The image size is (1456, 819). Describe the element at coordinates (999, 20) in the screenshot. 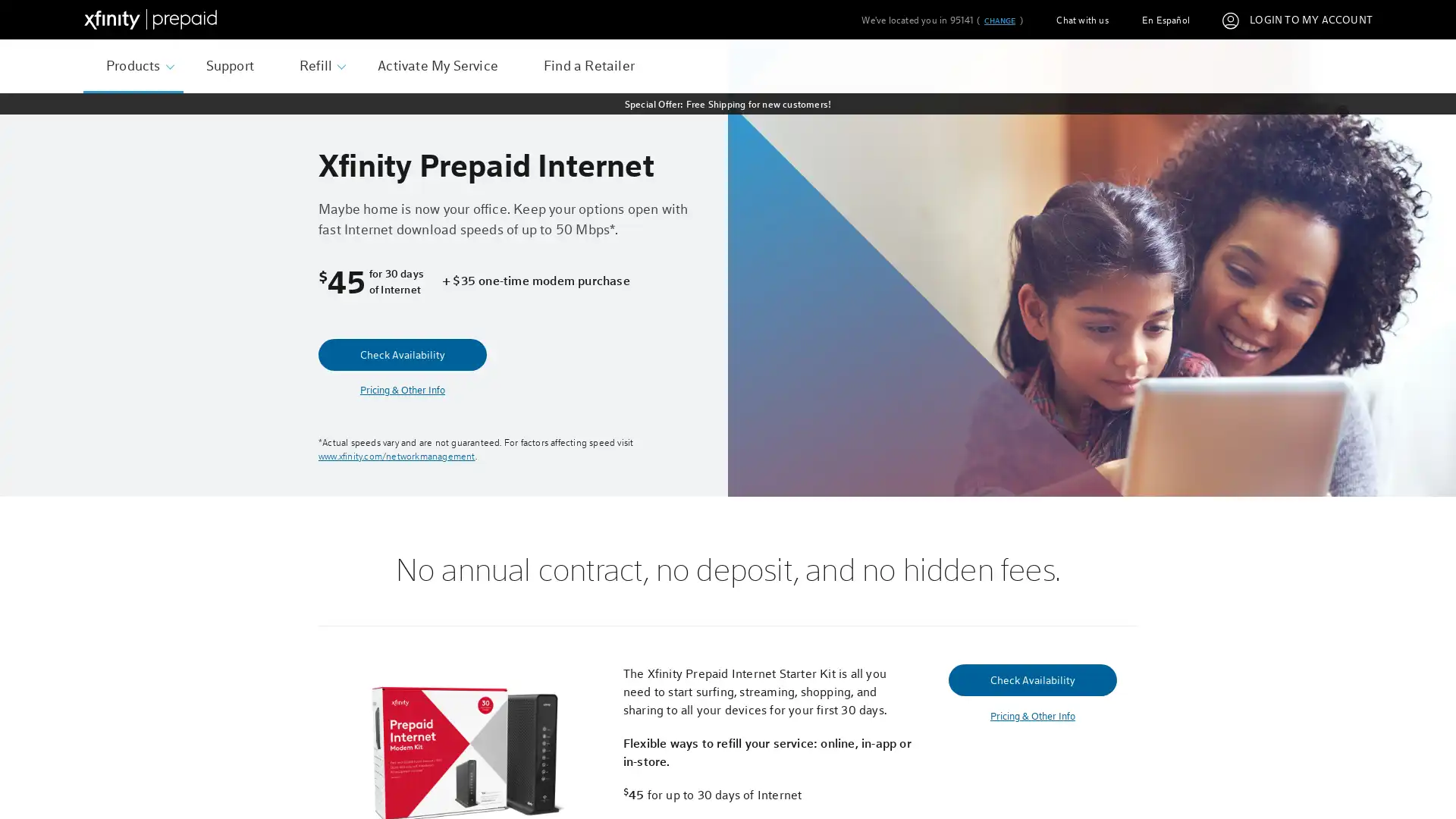

I see `CHANGE` at that location.